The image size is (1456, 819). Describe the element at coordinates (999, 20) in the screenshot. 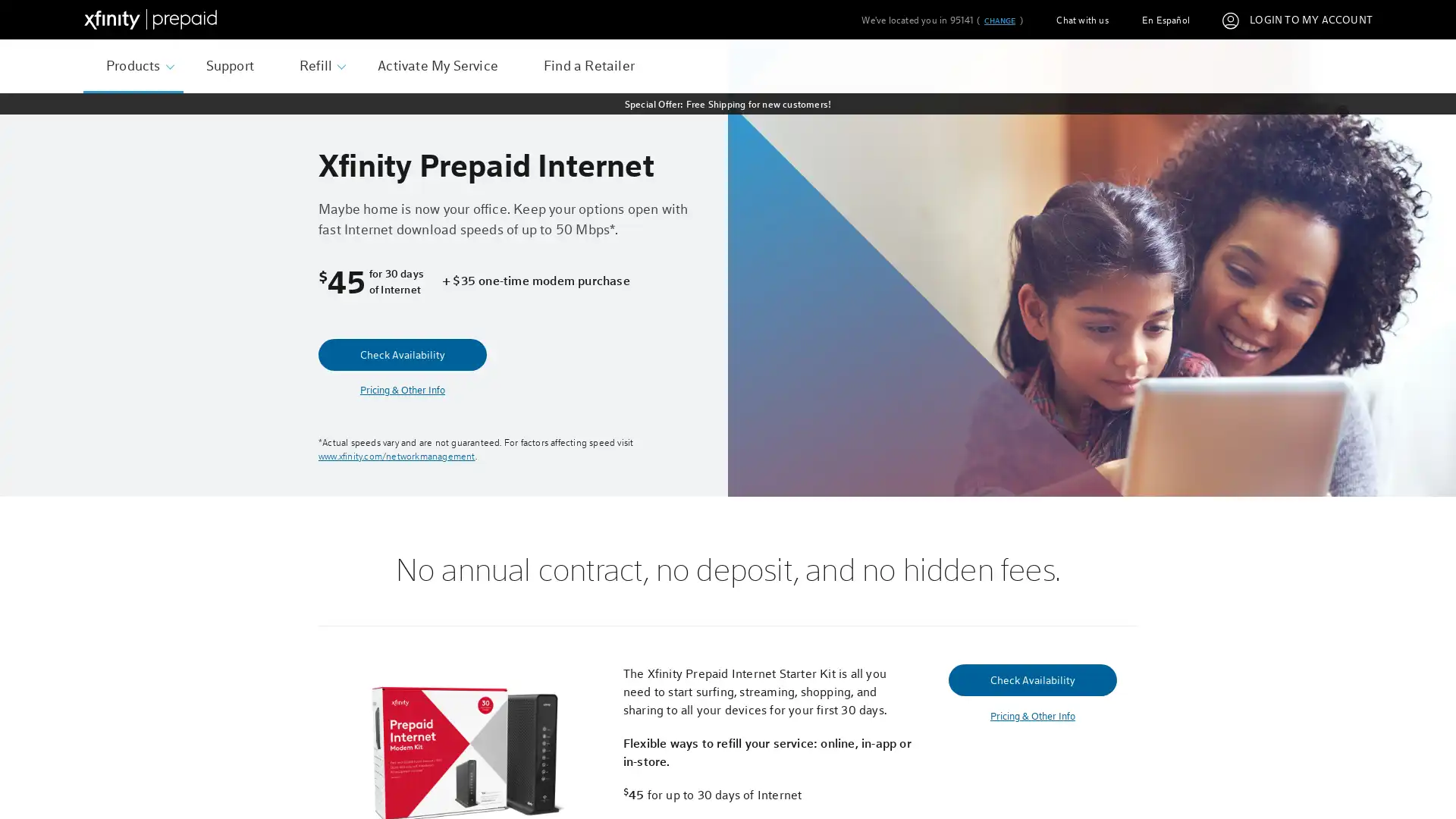

I see `CHANGE` at that location.